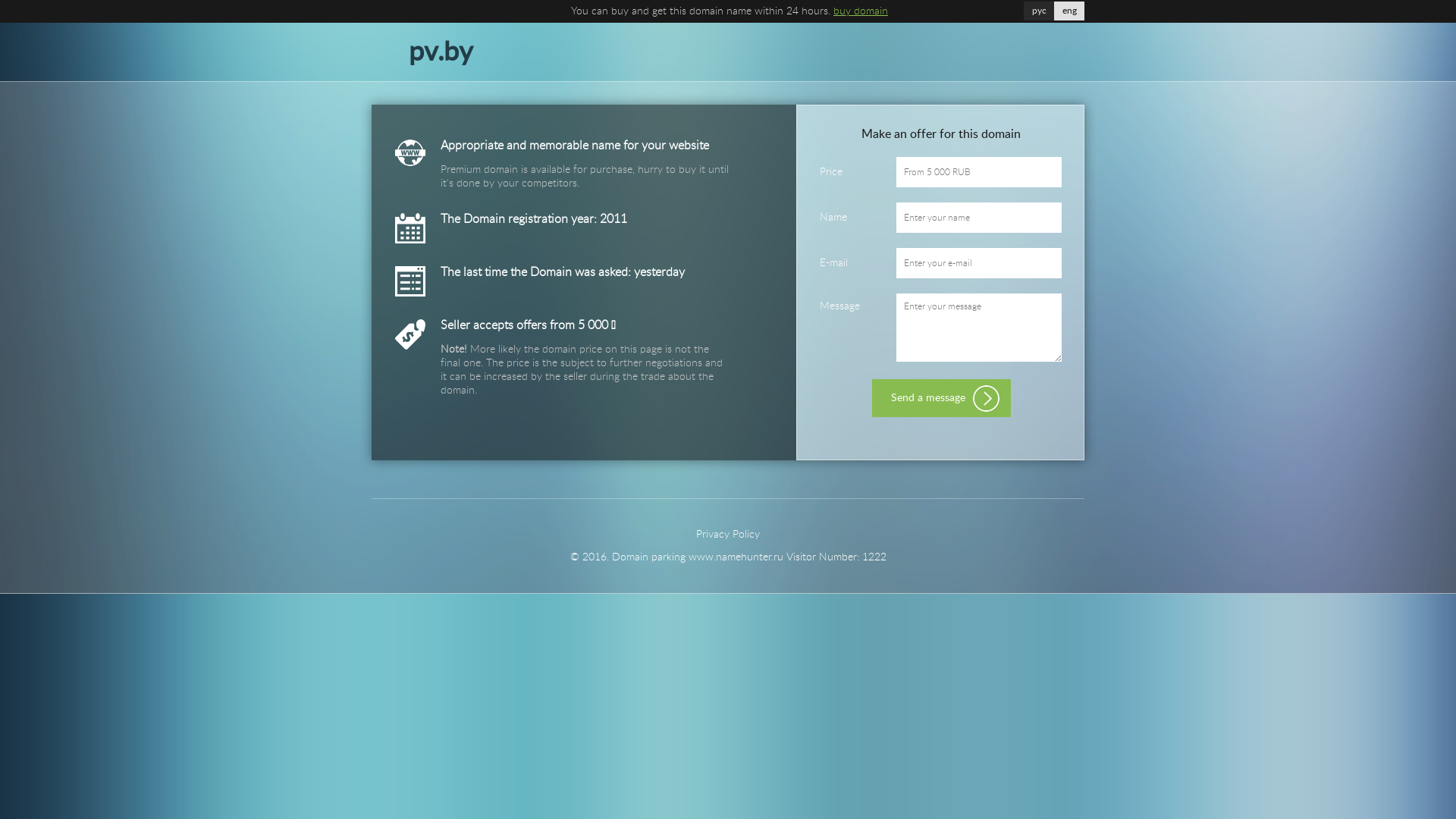  Describe the element at coordinates (940, 397) in the screenshot. I see `'Send a message'` at that location.